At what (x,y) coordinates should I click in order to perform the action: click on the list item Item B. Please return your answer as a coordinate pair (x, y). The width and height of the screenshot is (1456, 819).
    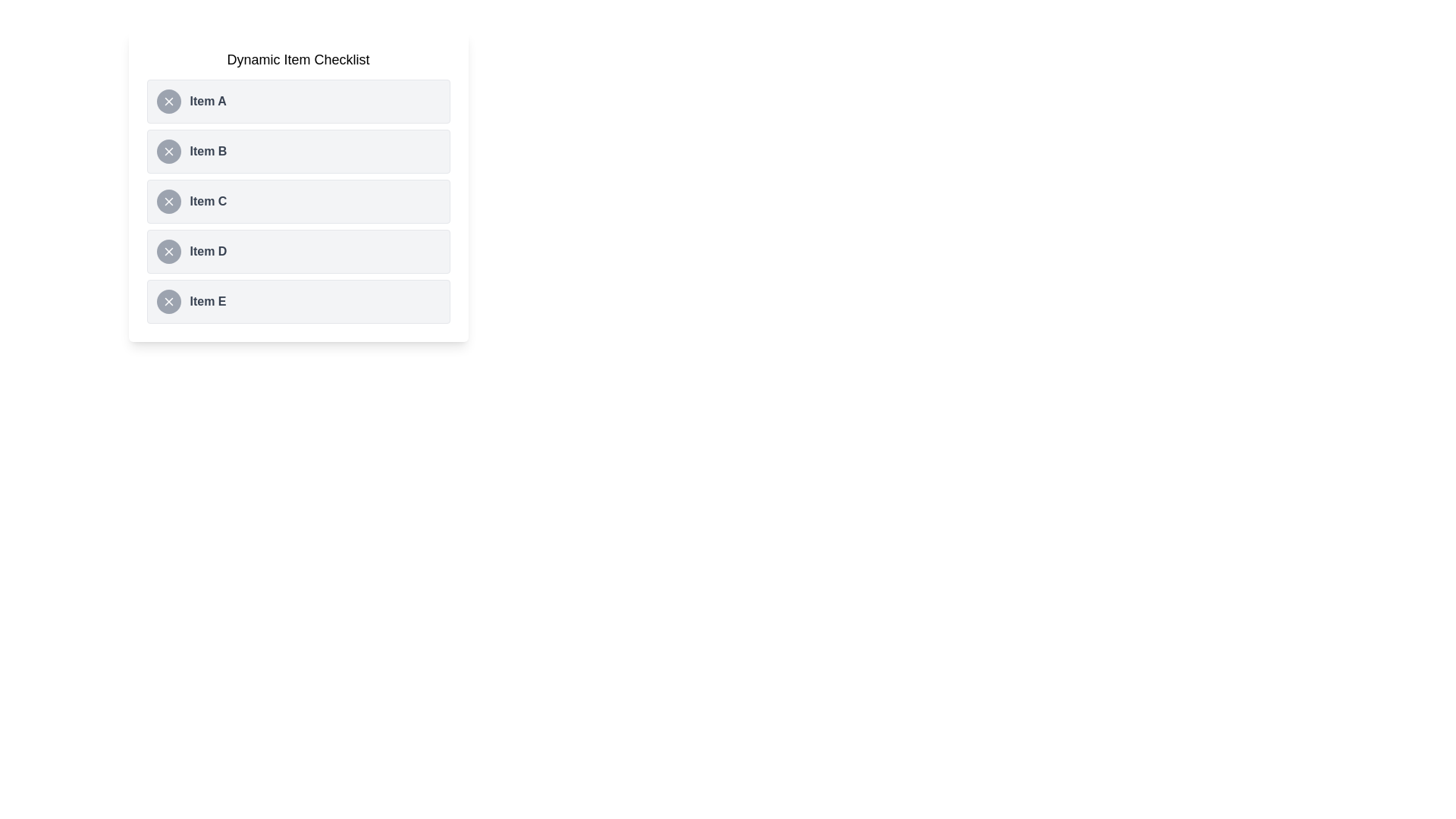
    Looking at the image, I should click on (298, 152).